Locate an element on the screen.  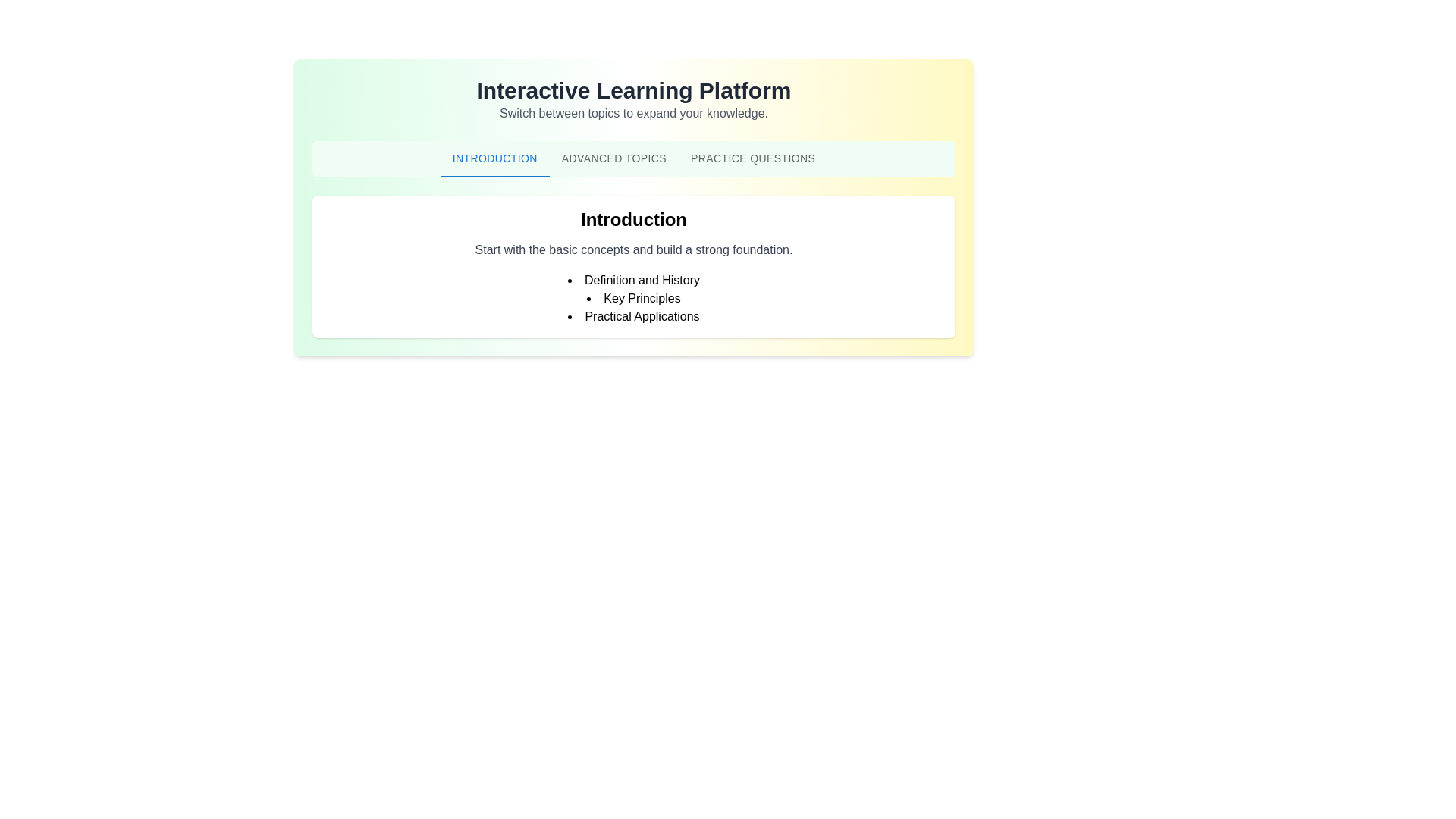
the 'Advanced Topics' tab is located at coordinates (613, 158).